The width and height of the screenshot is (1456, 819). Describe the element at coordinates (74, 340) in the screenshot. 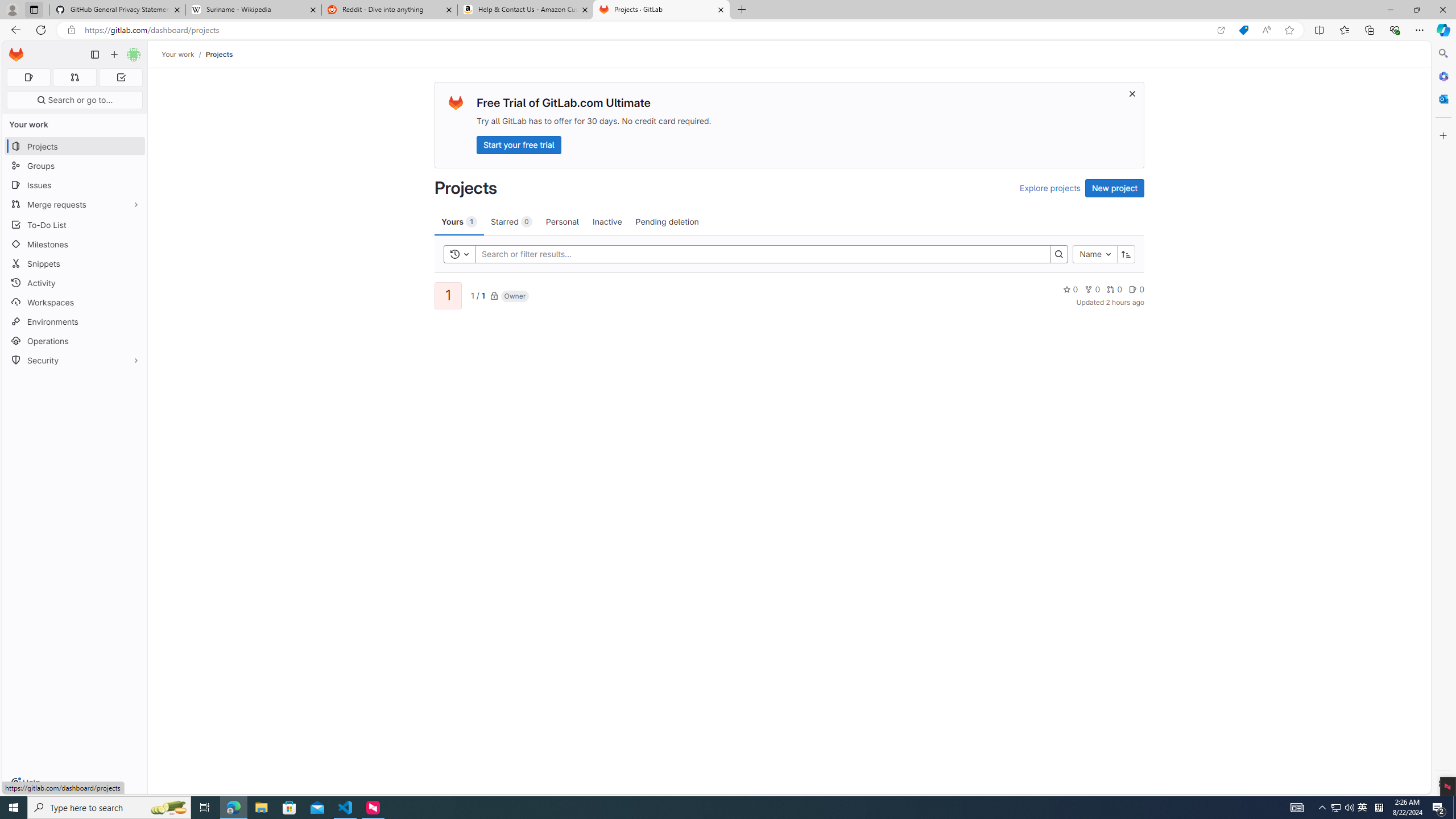

I see `'Operations'` at that location.